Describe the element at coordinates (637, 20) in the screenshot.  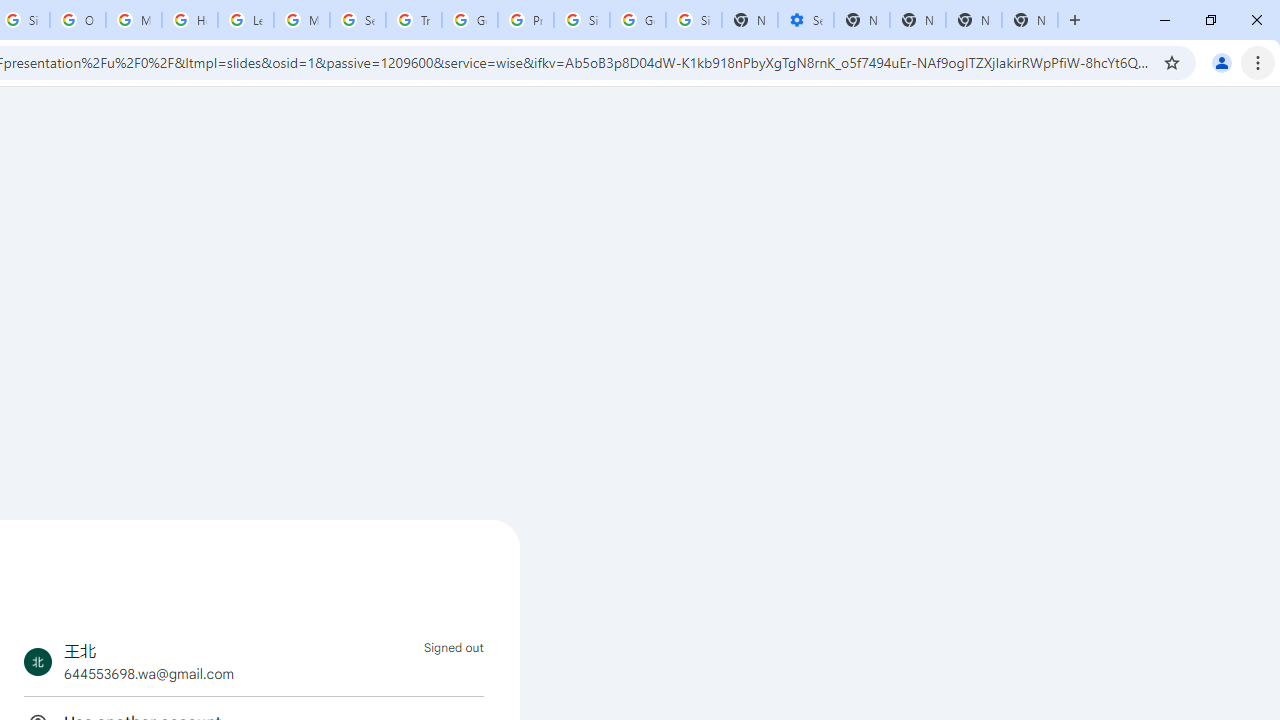
I see `'Google Cybersecurity Innovations - Google Safety Center'` at that location.